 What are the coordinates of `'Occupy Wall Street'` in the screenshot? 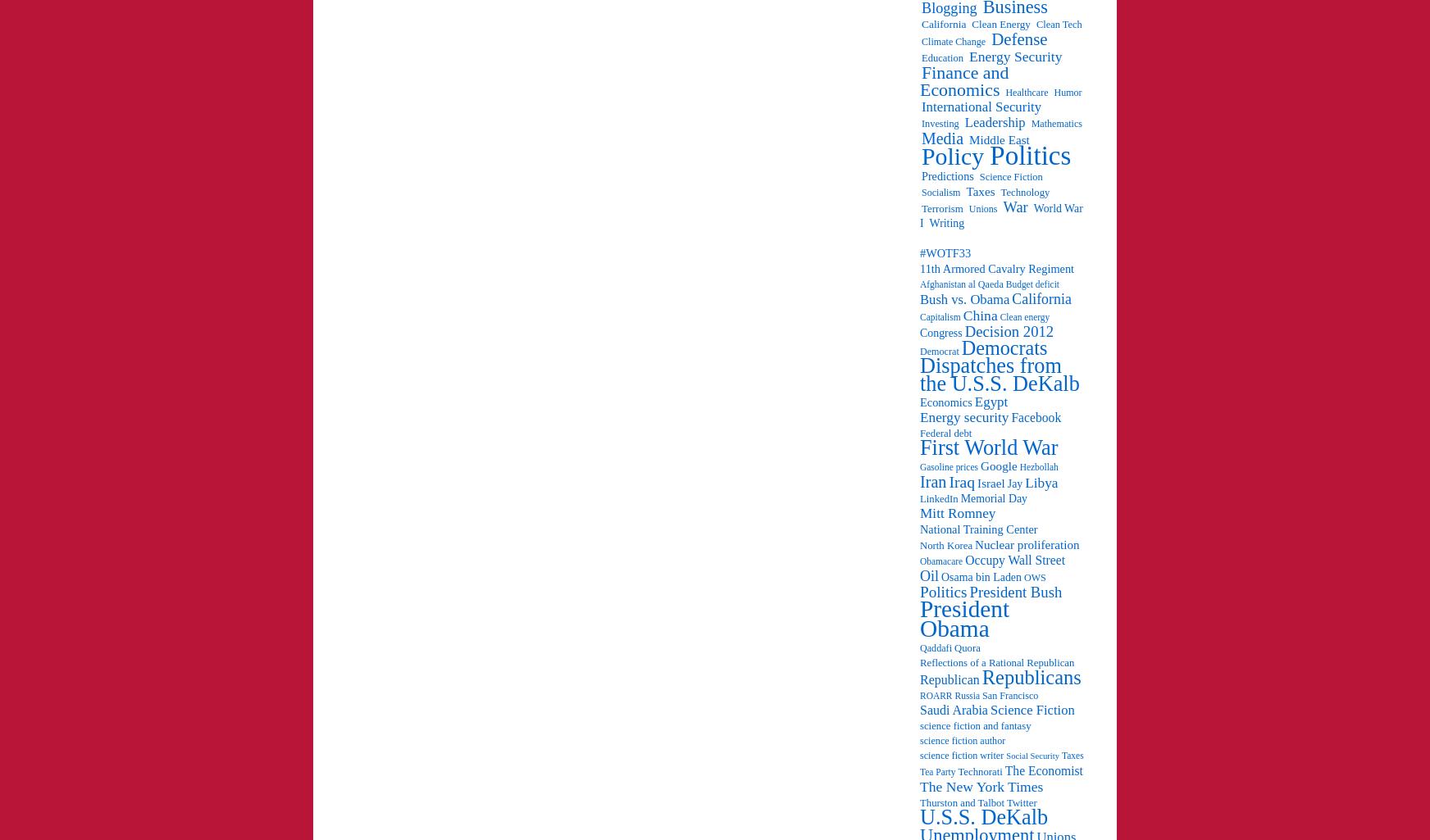 It's located at (1015, 560).